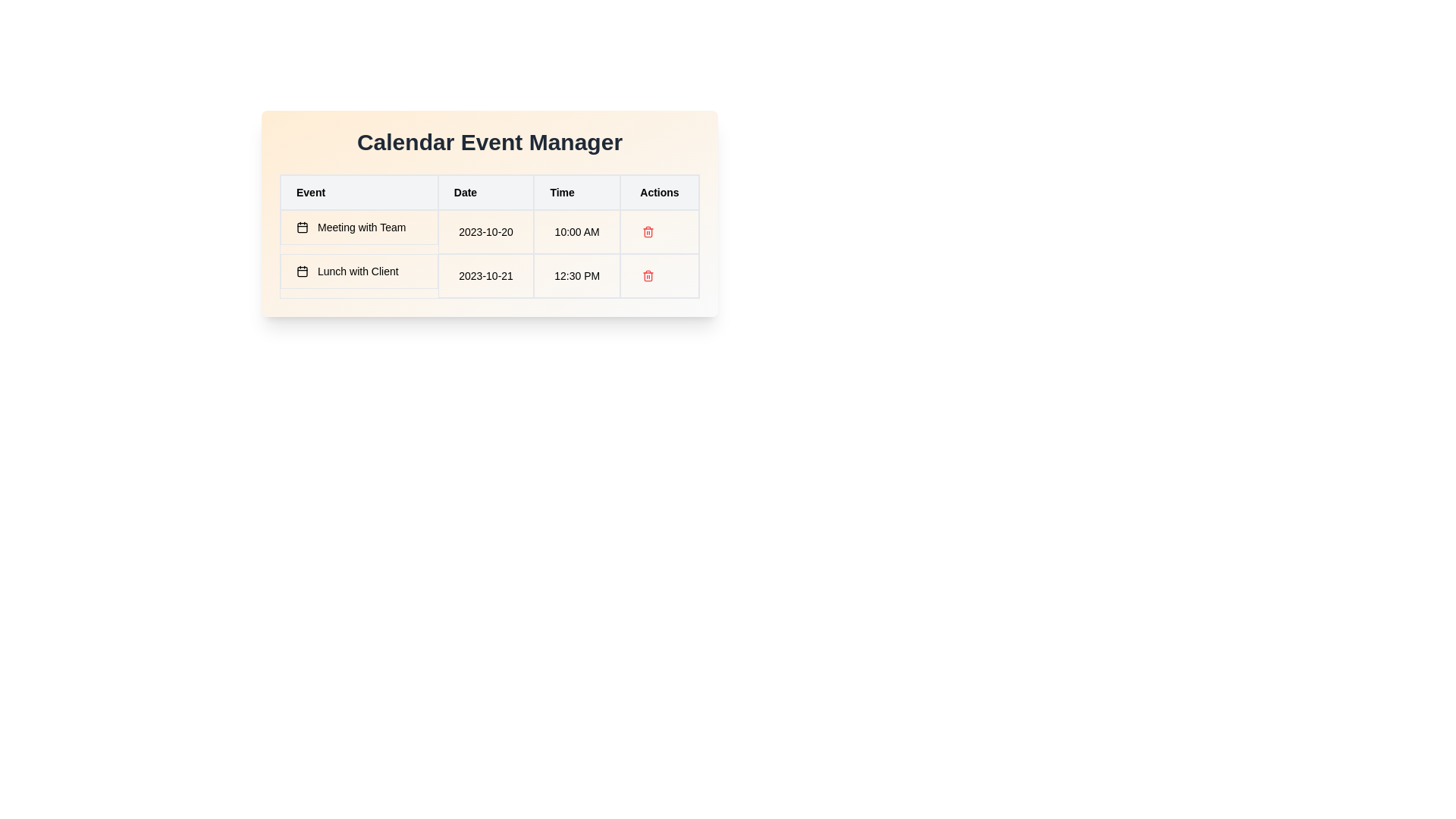  Describe the element at coordinates (302, 271) in the screenshot. I see `the calendar icon, which is a minimalistic square outline with vertical and horizontal lines, positioned to the left of the text 'Lunch with Client'` at that location.